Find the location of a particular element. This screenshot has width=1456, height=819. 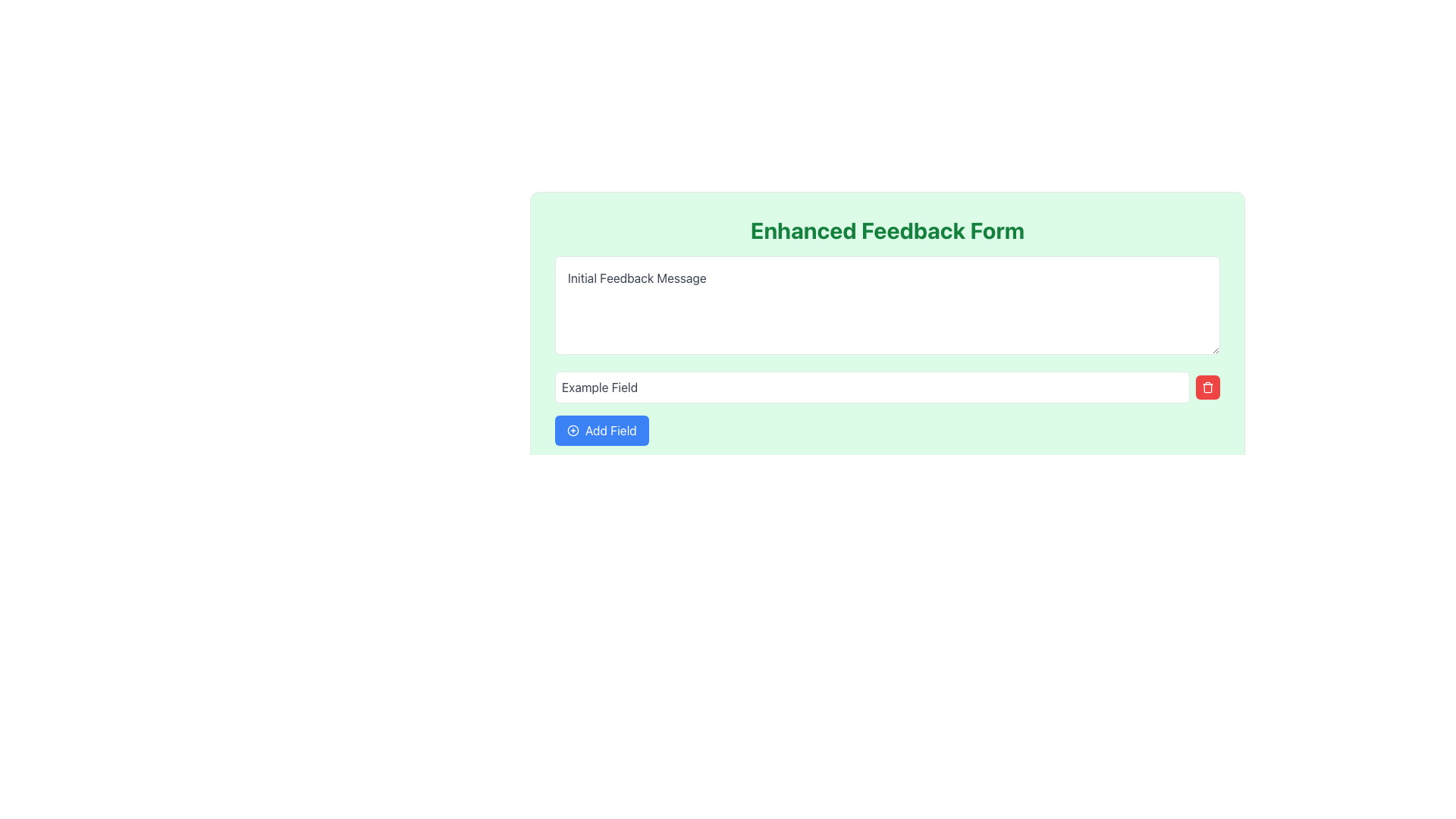

the circular outline of the SVG graphic component, which is centrally positioned within the SVG icon adjacent to the 'Example Field' in the lower right of the form interface is located at coordinates (572, 430).